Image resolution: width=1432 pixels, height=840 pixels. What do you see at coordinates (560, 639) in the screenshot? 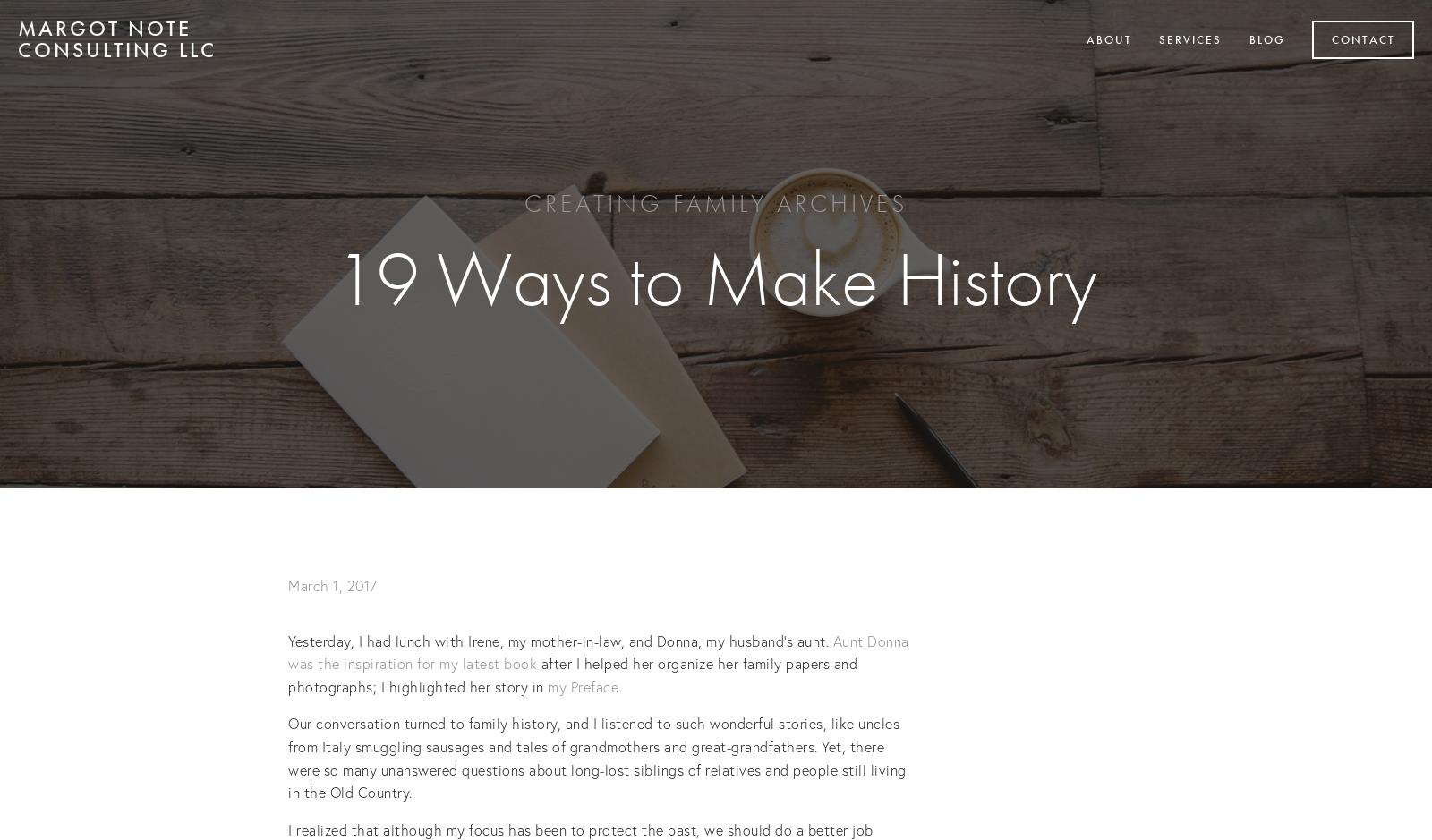
I see `'Yesterday, I had lunch with Irene, my mother-in-law, and Donna, my husband’s aunt.'` at bounding box center [560, 639].